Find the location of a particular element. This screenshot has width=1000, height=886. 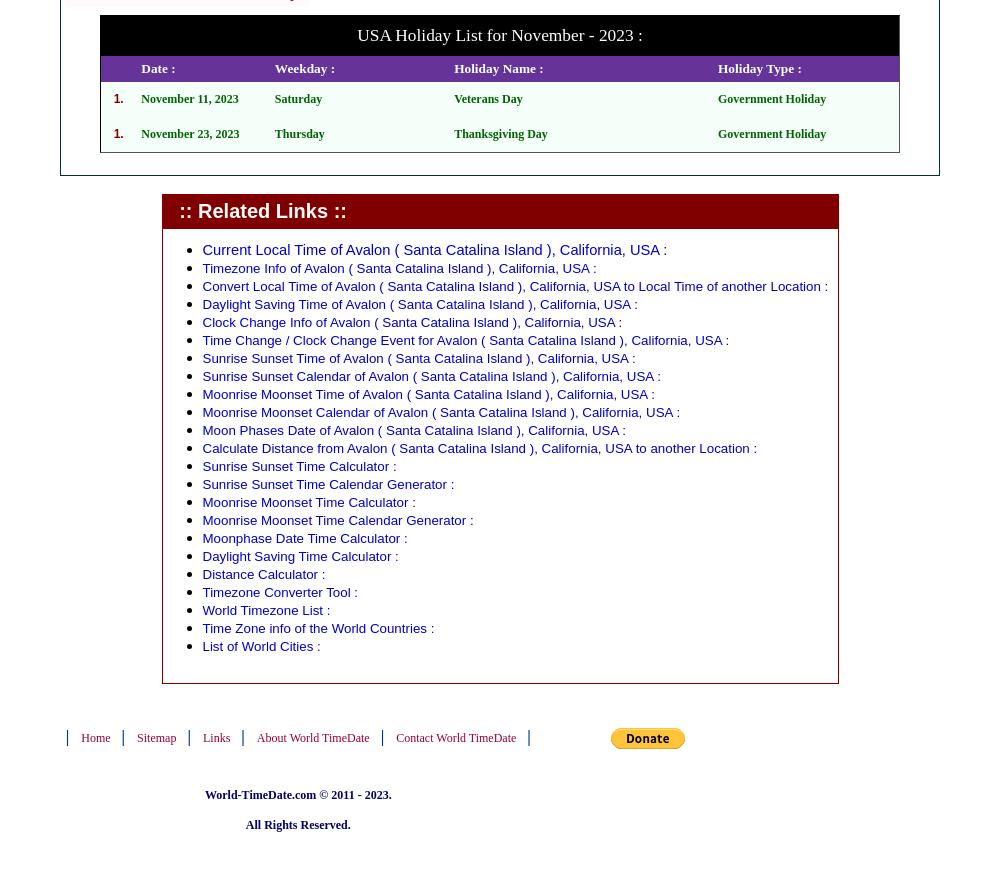

'Sunrise Sunset Time of Avalon ( Santa Catalina Island ), California, USA :' is located at coordinates (418, 358).